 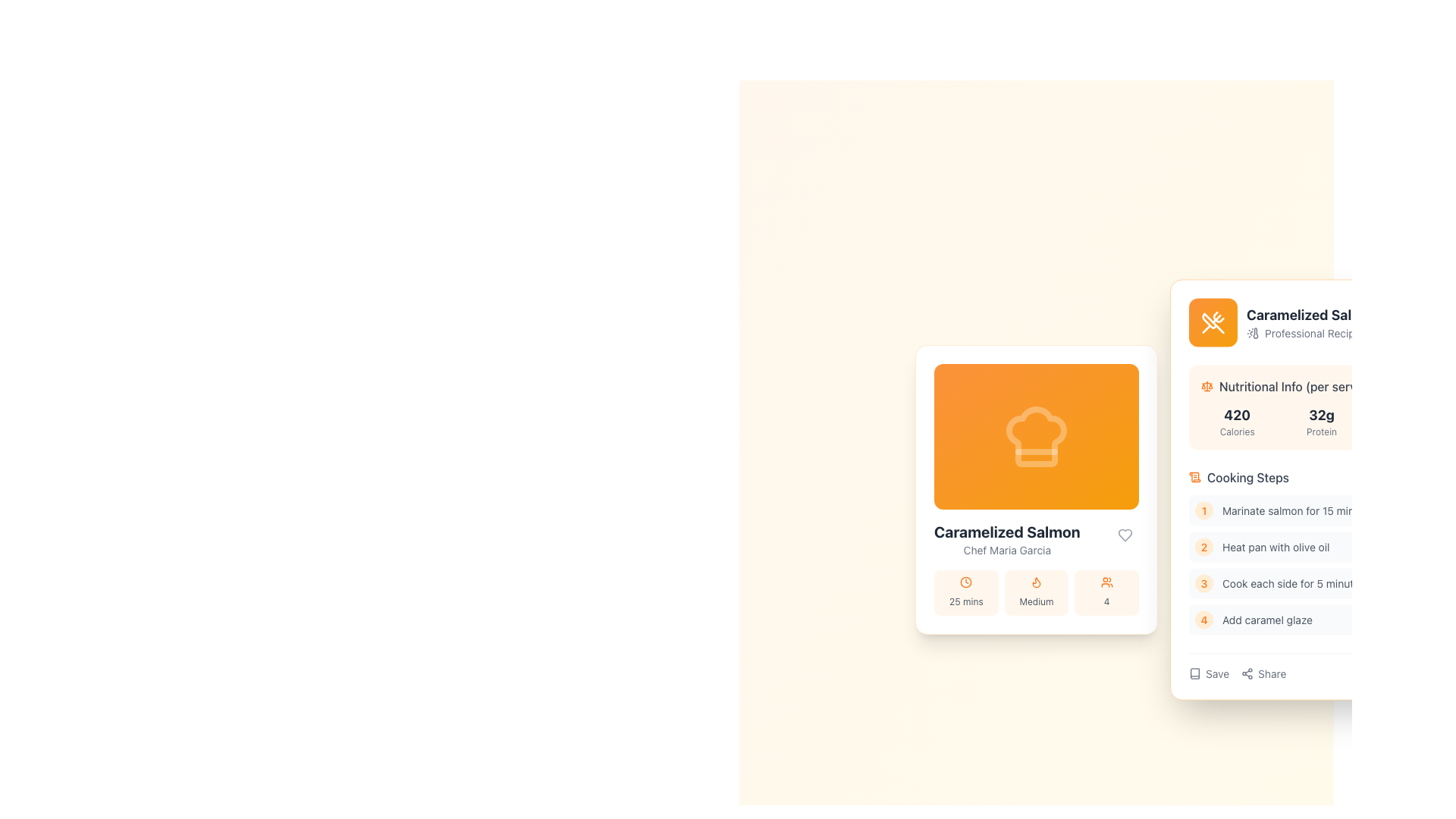 I want to click on the non-interactive label with a light orange background and a flame icon, displaying 'Medium', located in the middle of a horizontally aligned group of three elements, so click(x=1036, y=592).